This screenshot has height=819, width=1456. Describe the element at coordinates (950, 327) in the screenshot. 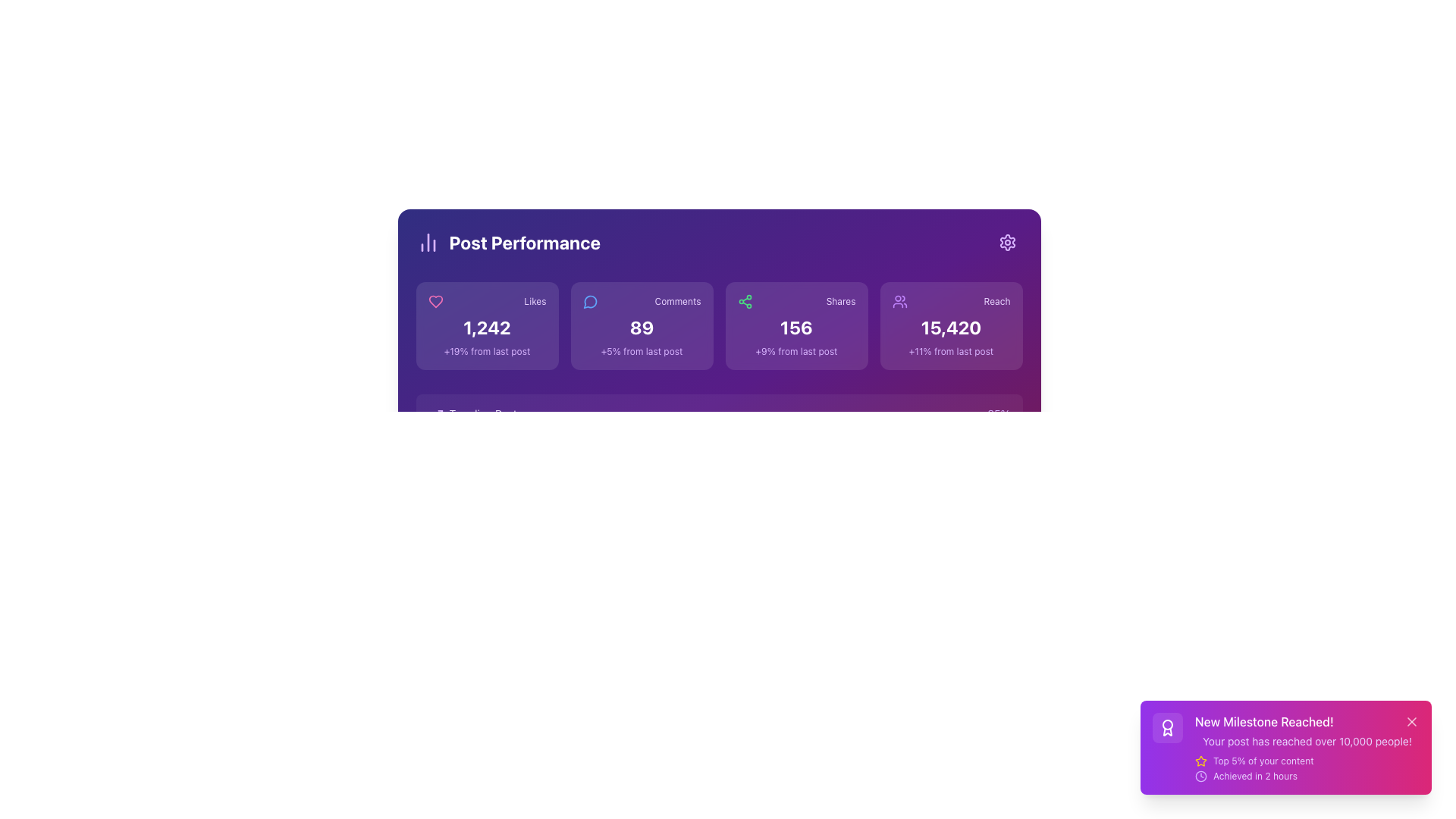

I see `the large, bold numeric text '15,420' styled in white color, which is centered within a purple rectangle in the rightmost card of the row, positioned below the heading 'Reach'` at that location.